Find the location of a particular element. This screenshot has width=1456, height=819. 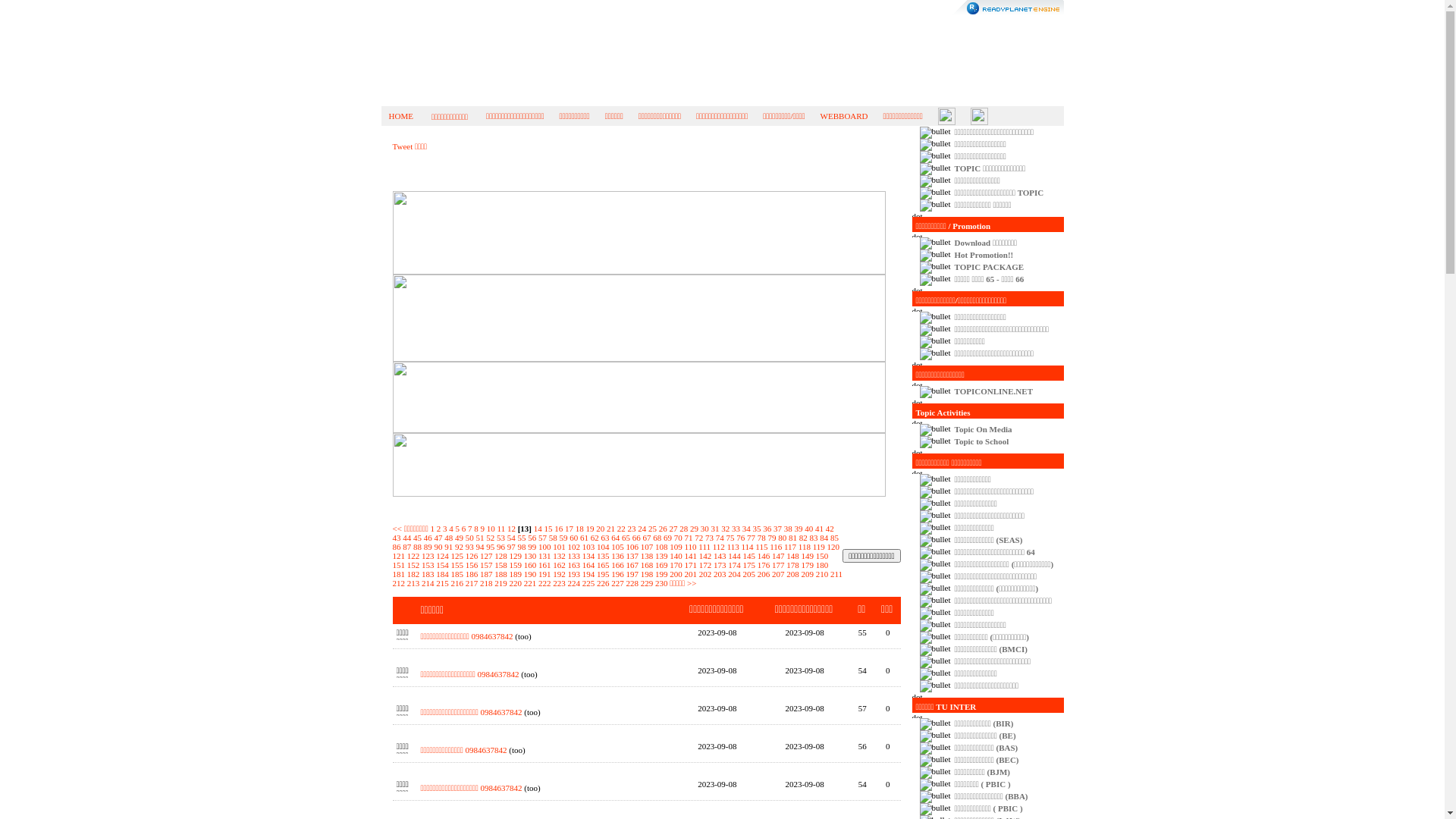

'216' is located at coordinates (456, 582).